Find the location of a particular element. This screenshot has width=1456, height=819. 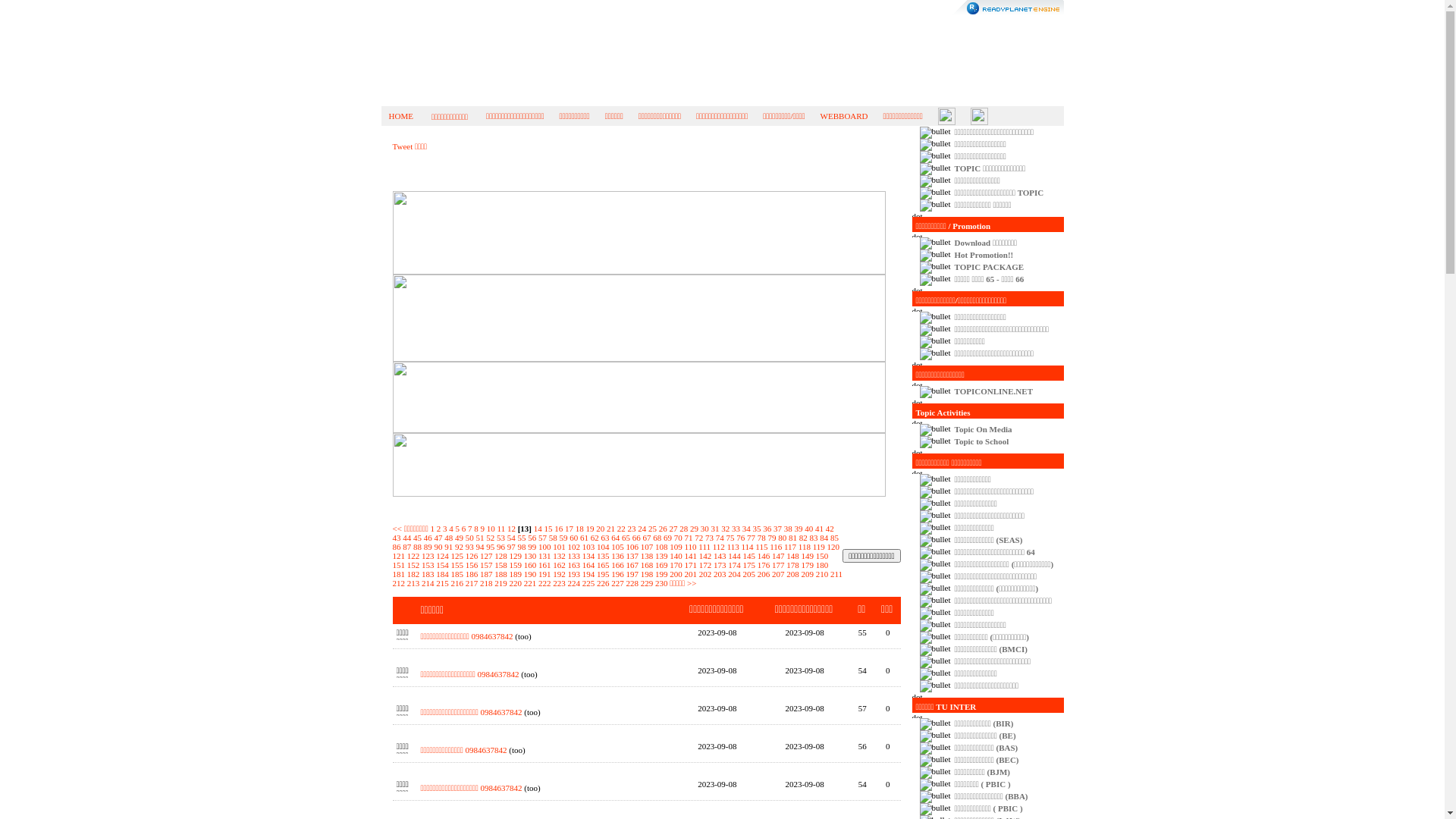

'216' is located at coordinates (456, 582).